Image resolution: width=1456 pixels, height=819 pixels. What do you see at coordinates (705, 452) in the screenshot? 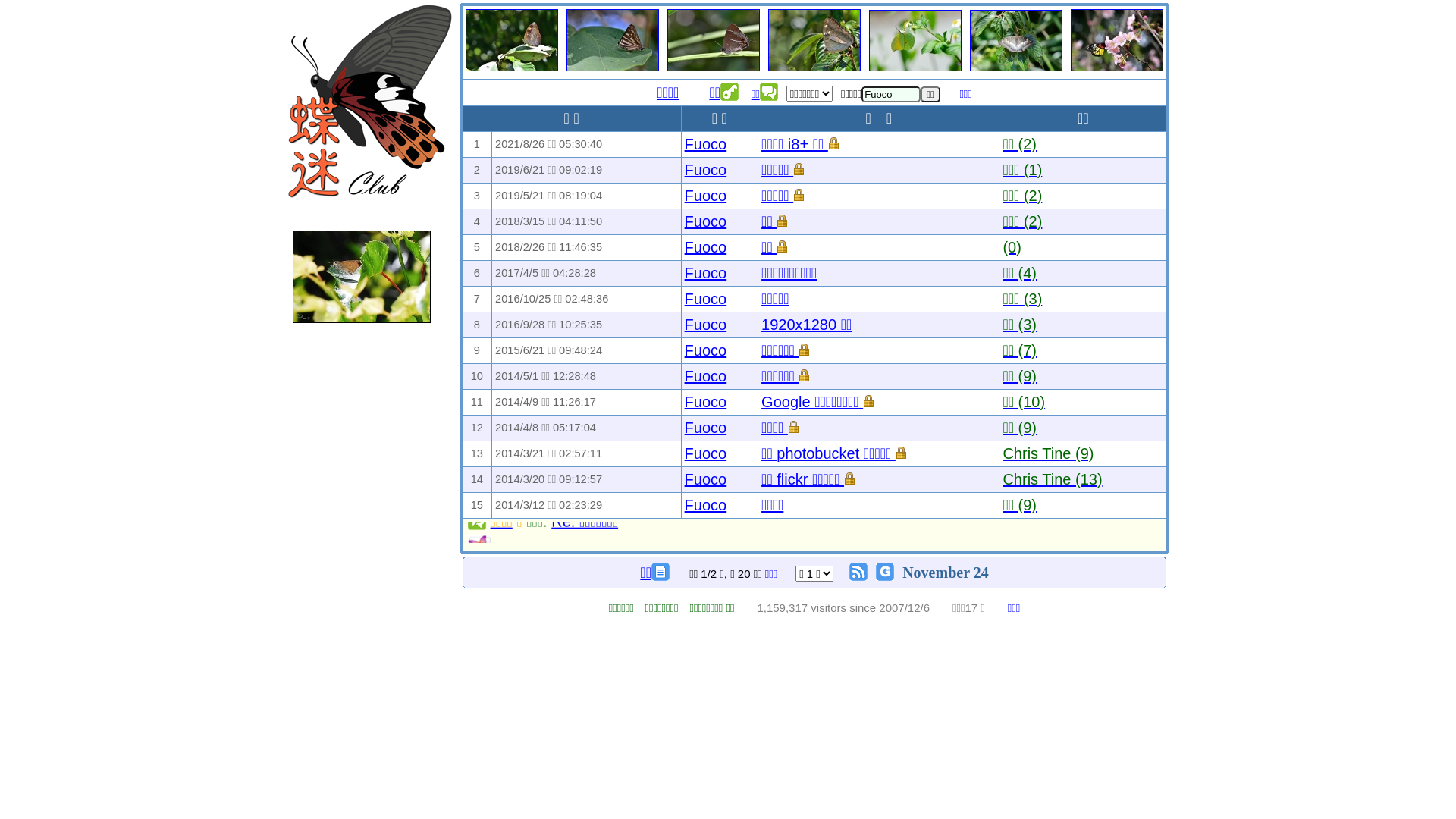
I see `'Fuoco'` at bounding box center [705, 452].